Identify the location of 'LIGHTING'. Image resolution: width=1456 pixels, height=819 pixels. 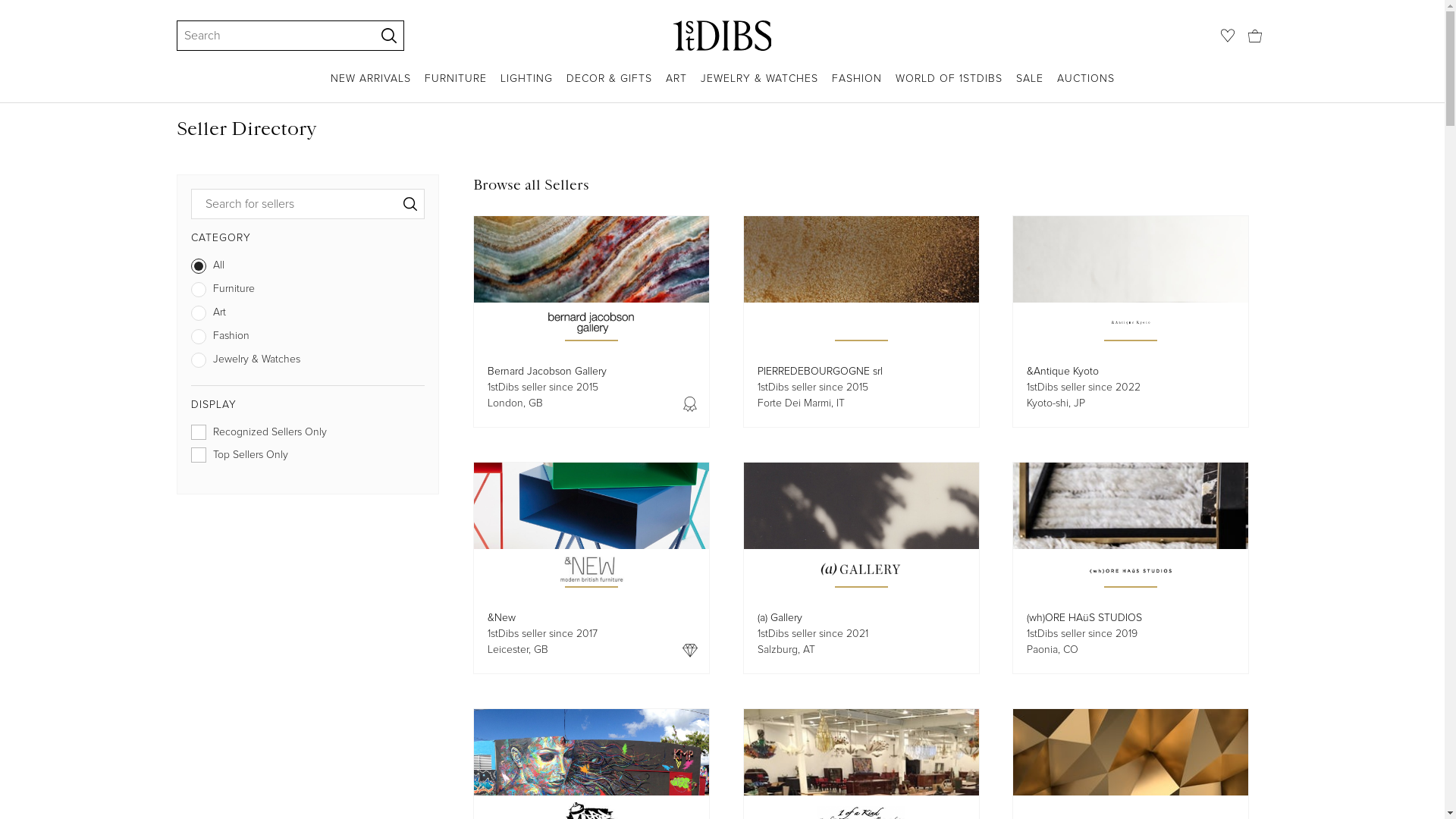
(526, 86).